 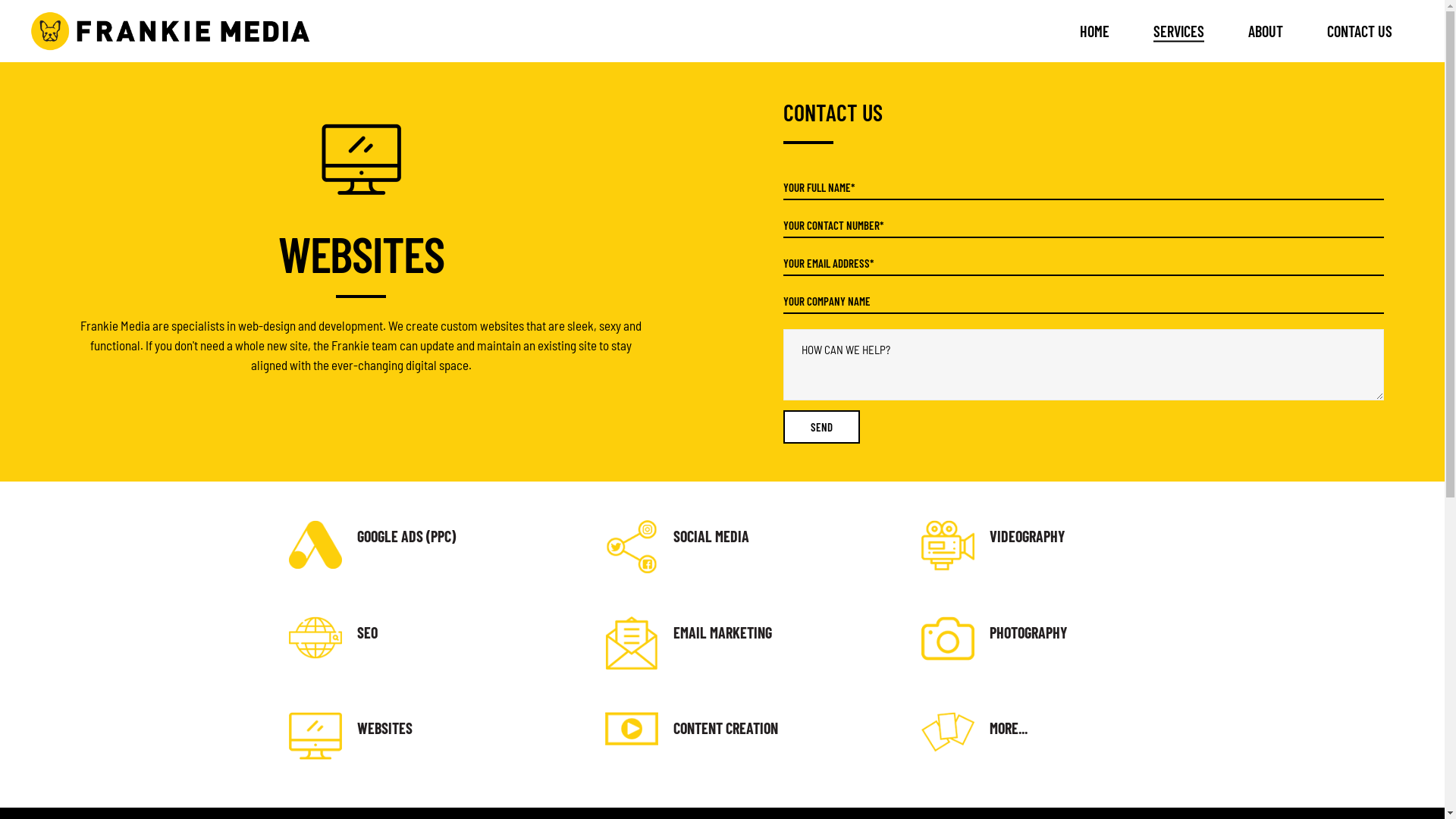 What do you see at coordinates (1178, 31) in the screenshot?
I see `'SERVICES'` at bounding box center [1178, 31].